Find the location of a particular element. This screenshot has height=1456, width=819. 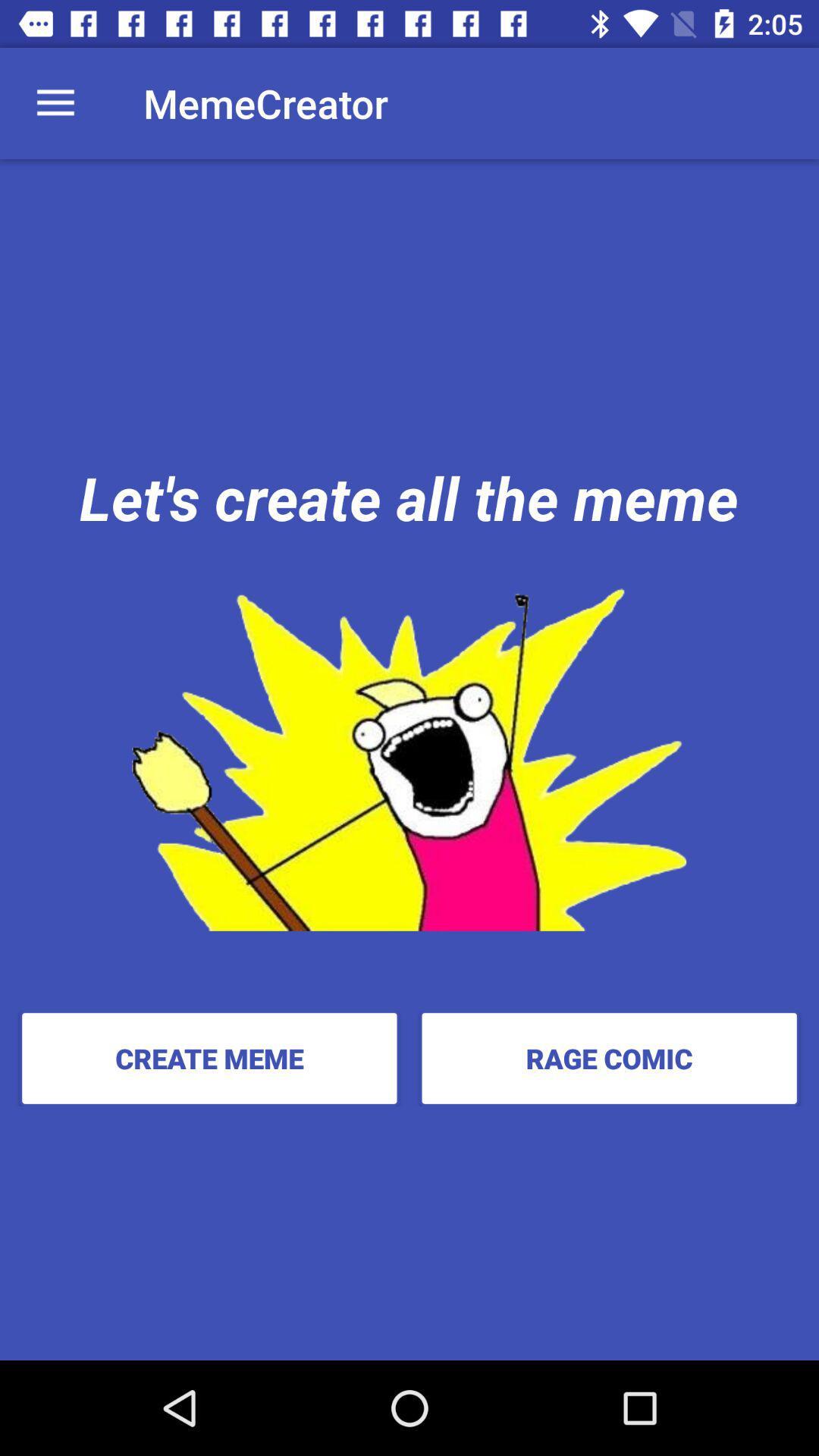

the icon next to memecreator icon is located at coordinates (55, 102).